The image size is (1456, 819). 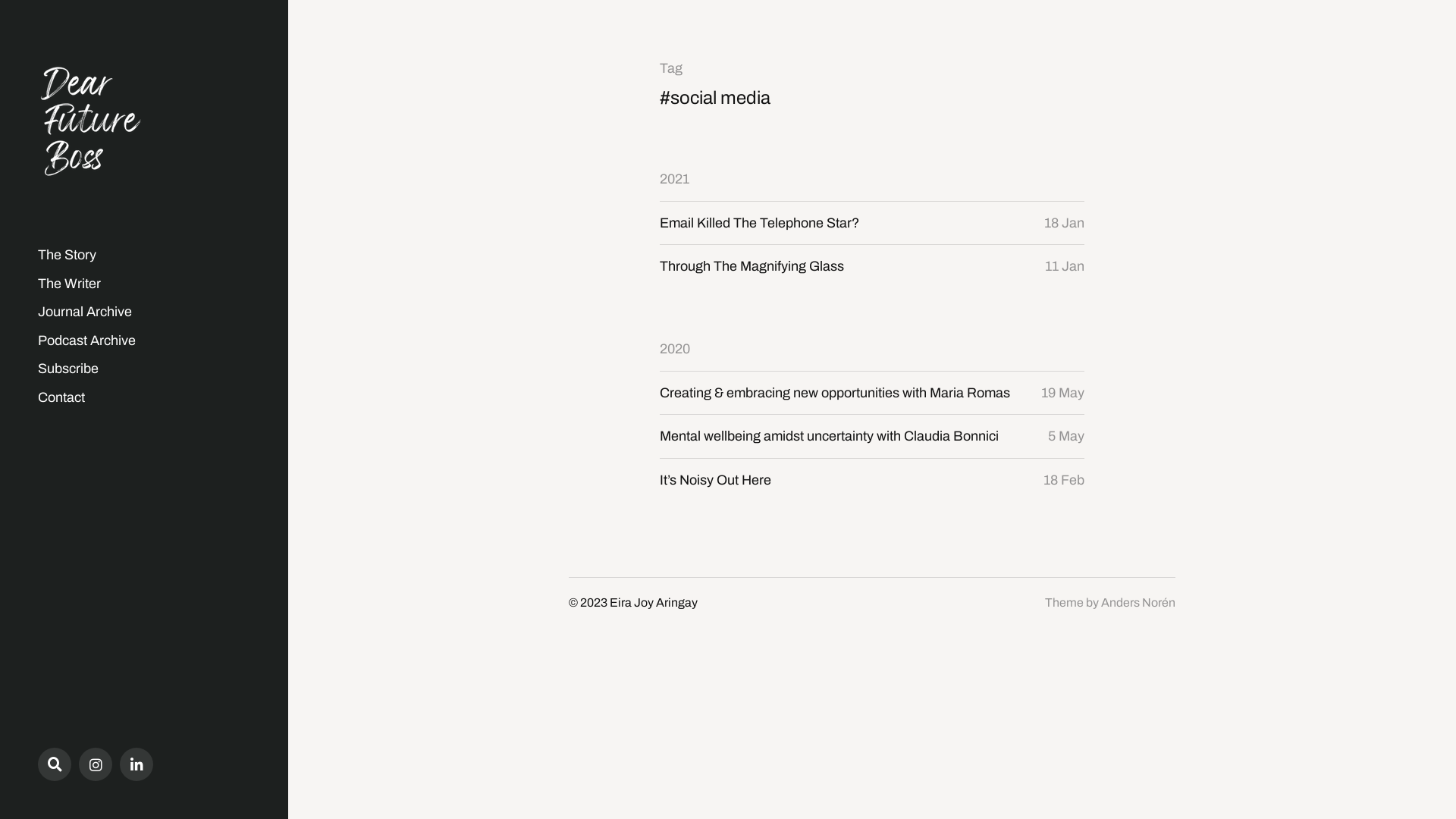 I want to click on '2020', so click(x=673, y=348).